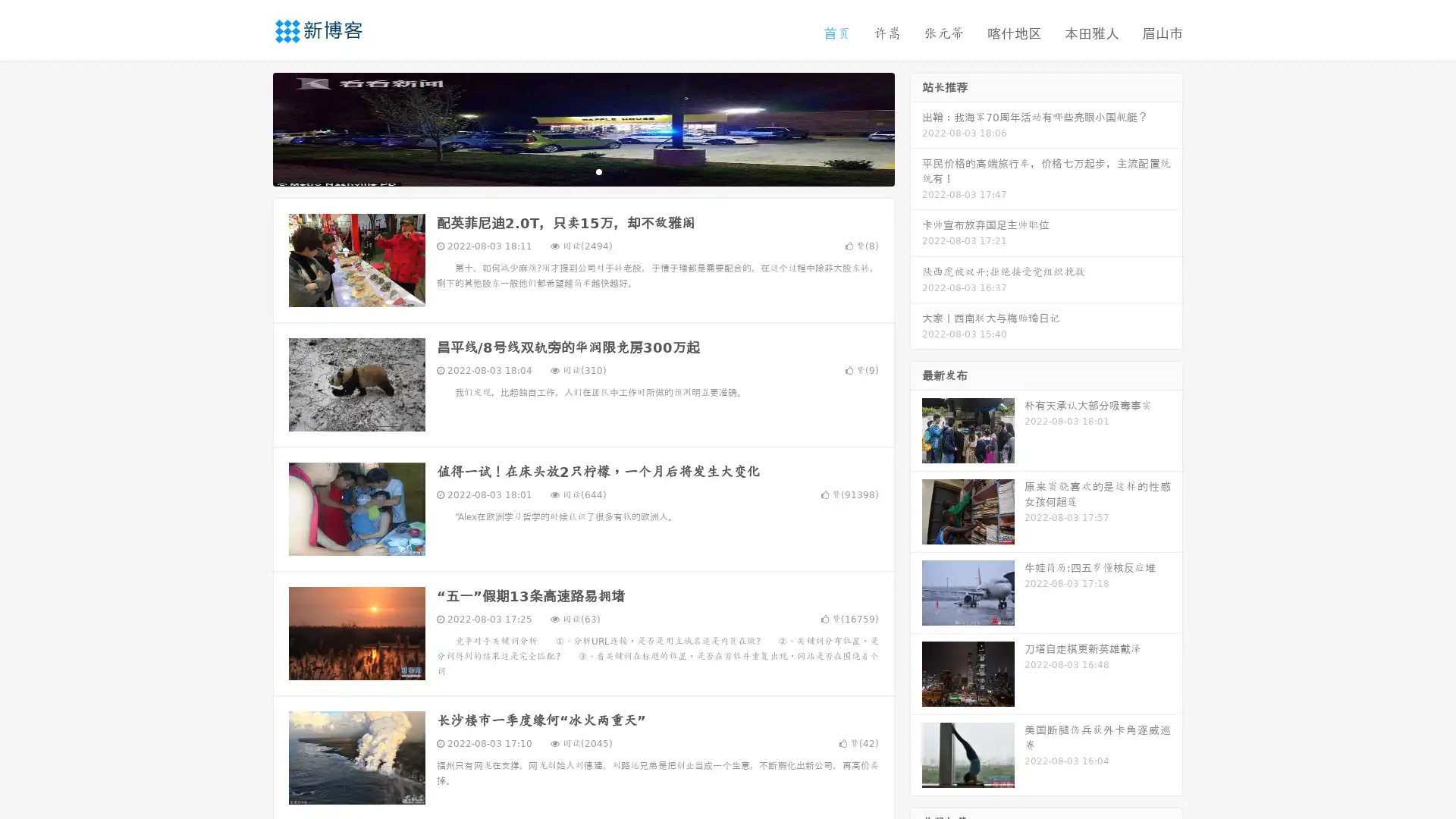 This screenshot has height=819, width=1456. I want to click on Previous slide, so click(250, 127).